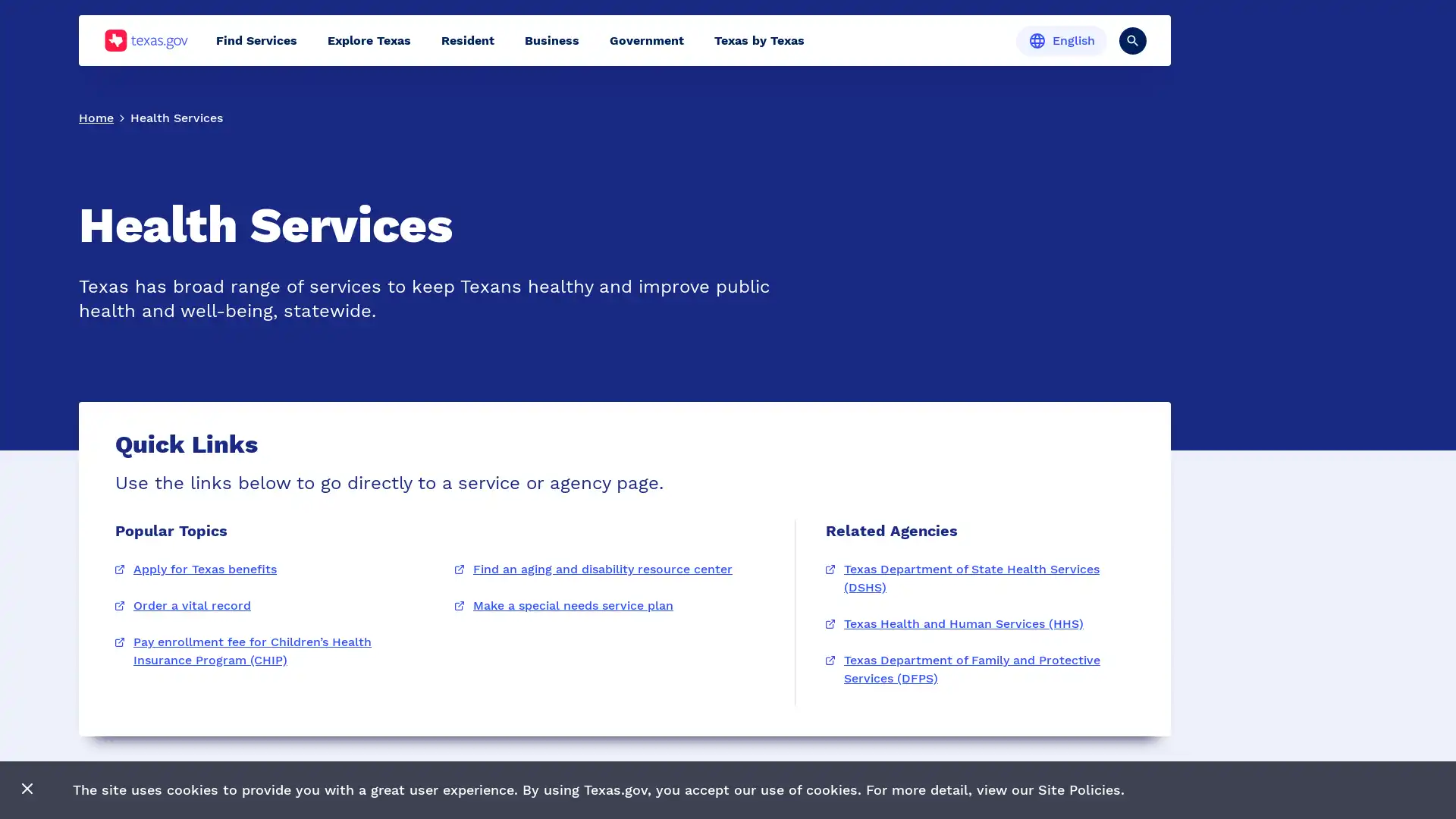  Describe the element at coordinates (467, 39) in the screenshot. I see `Resident` at that location.